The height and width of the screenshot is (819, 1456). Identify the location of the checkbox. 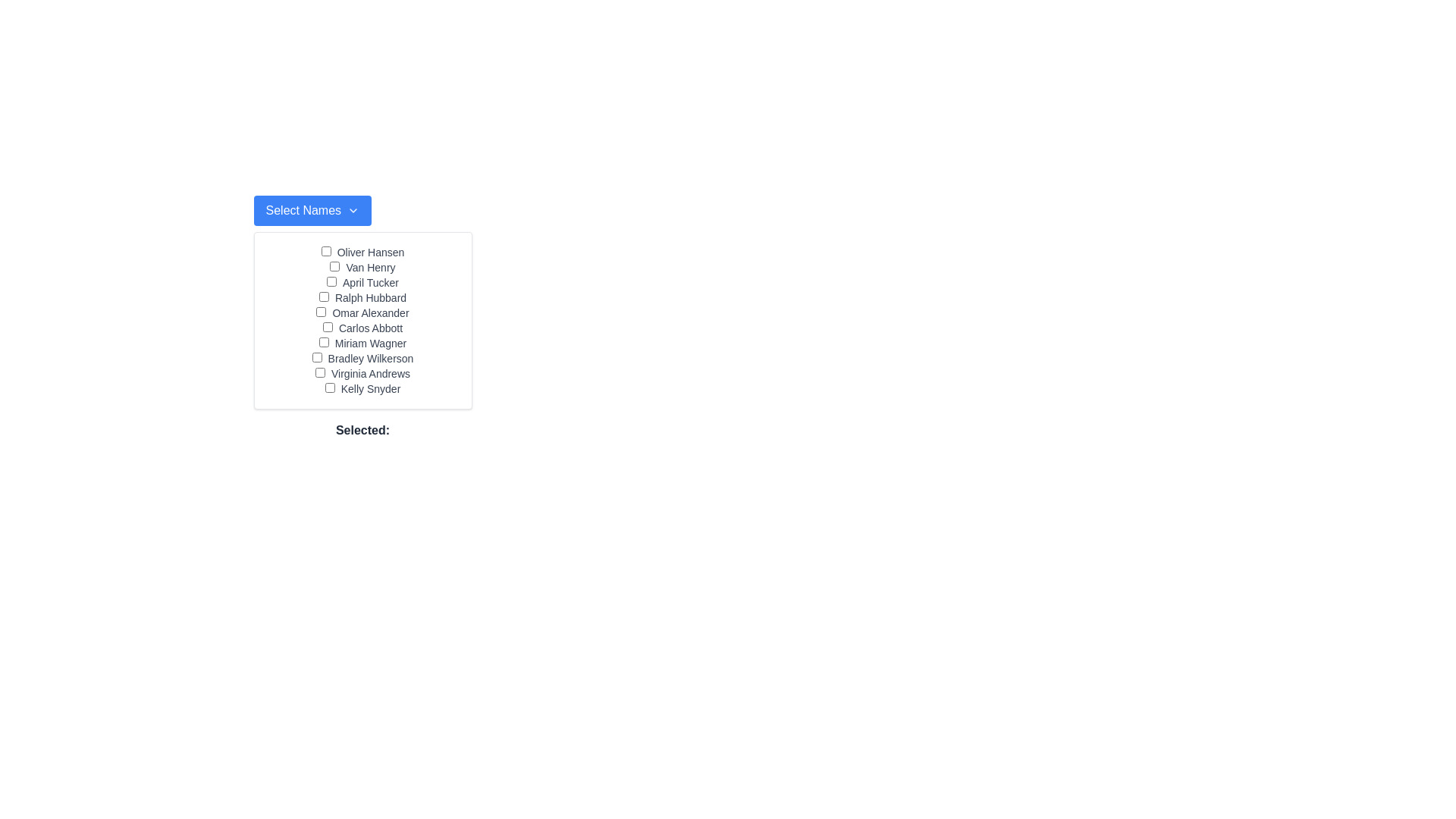
(362, 327).